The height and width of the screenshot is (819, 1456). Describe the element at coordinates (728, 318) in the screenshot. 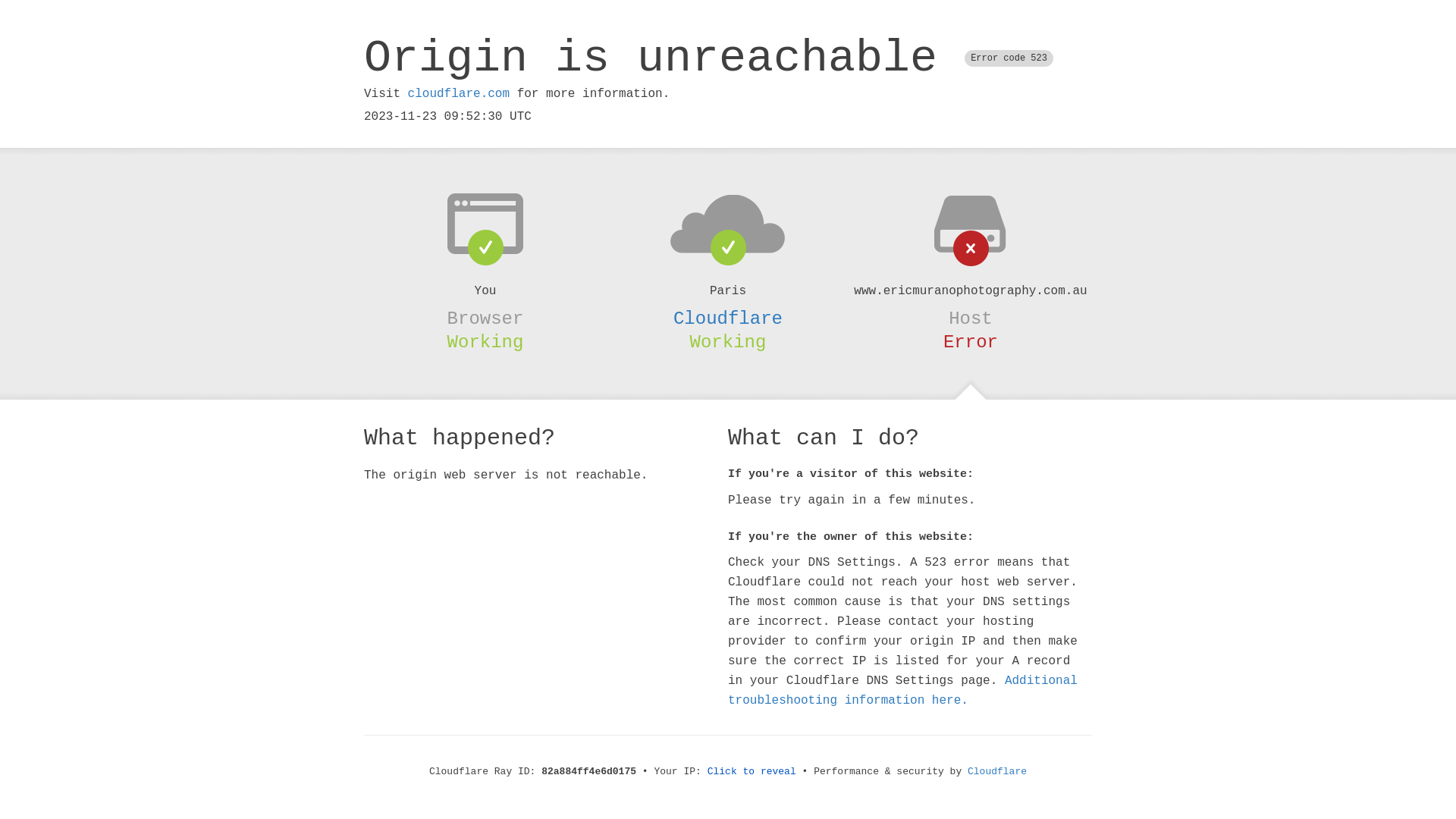

I see `'Cloudflare'` at that location.